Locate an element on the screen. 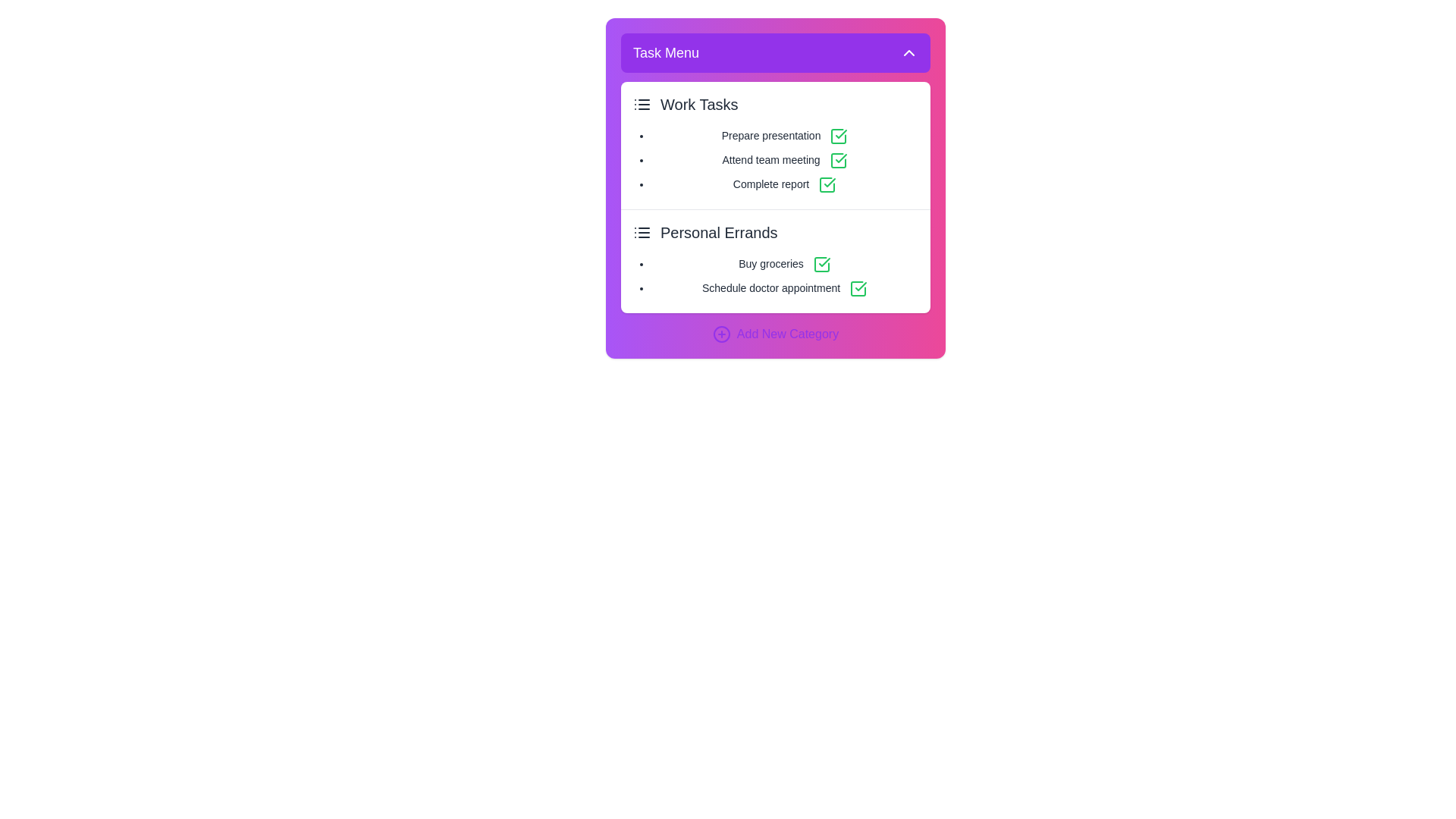 This screenshot has width=1456, height=819. the task named Attend team meeting in the task list is located at coordinates (785, 161).